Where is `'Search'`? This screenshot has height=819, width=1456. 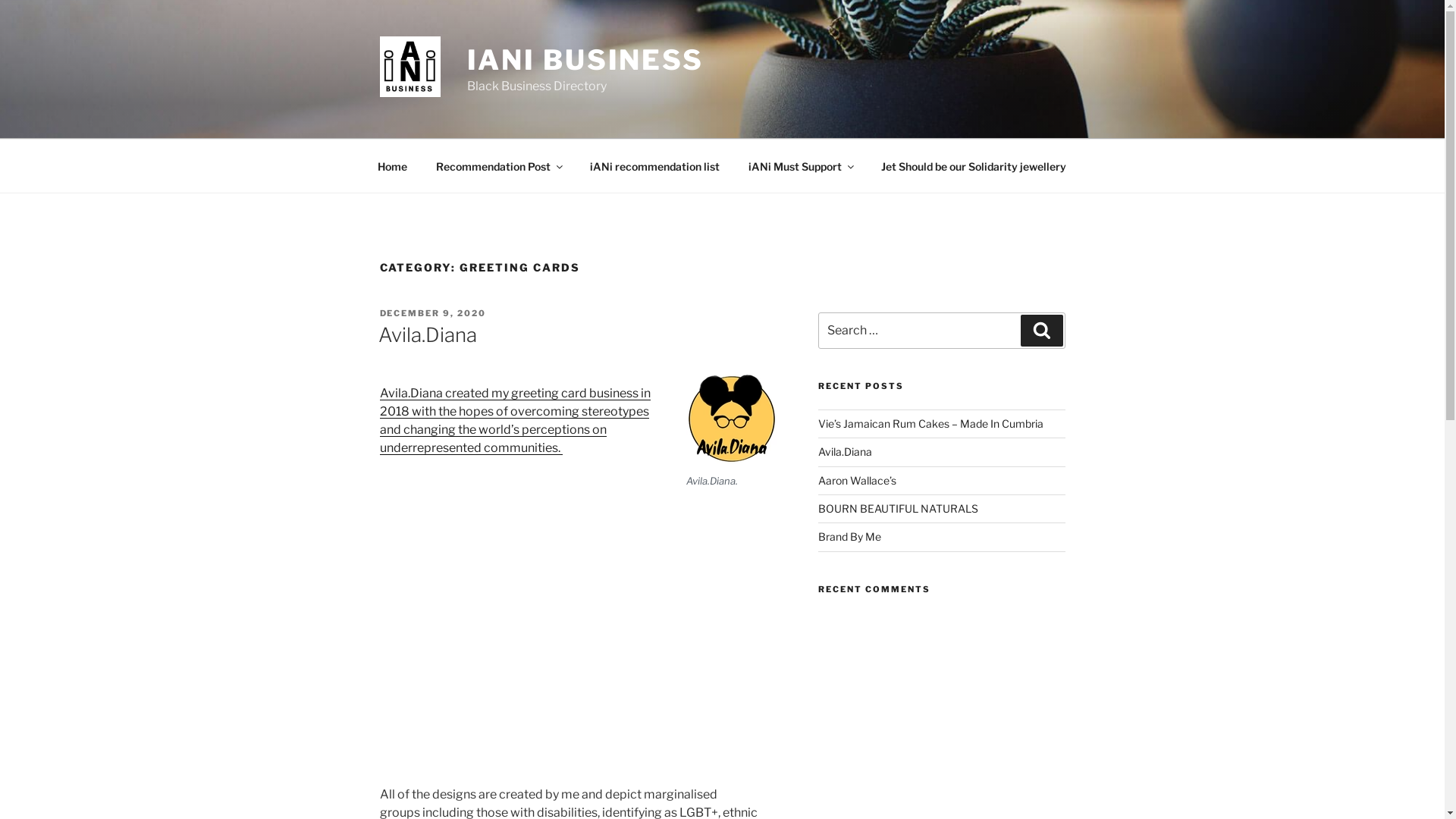 'Search' is located at coordinates (1040, 329).